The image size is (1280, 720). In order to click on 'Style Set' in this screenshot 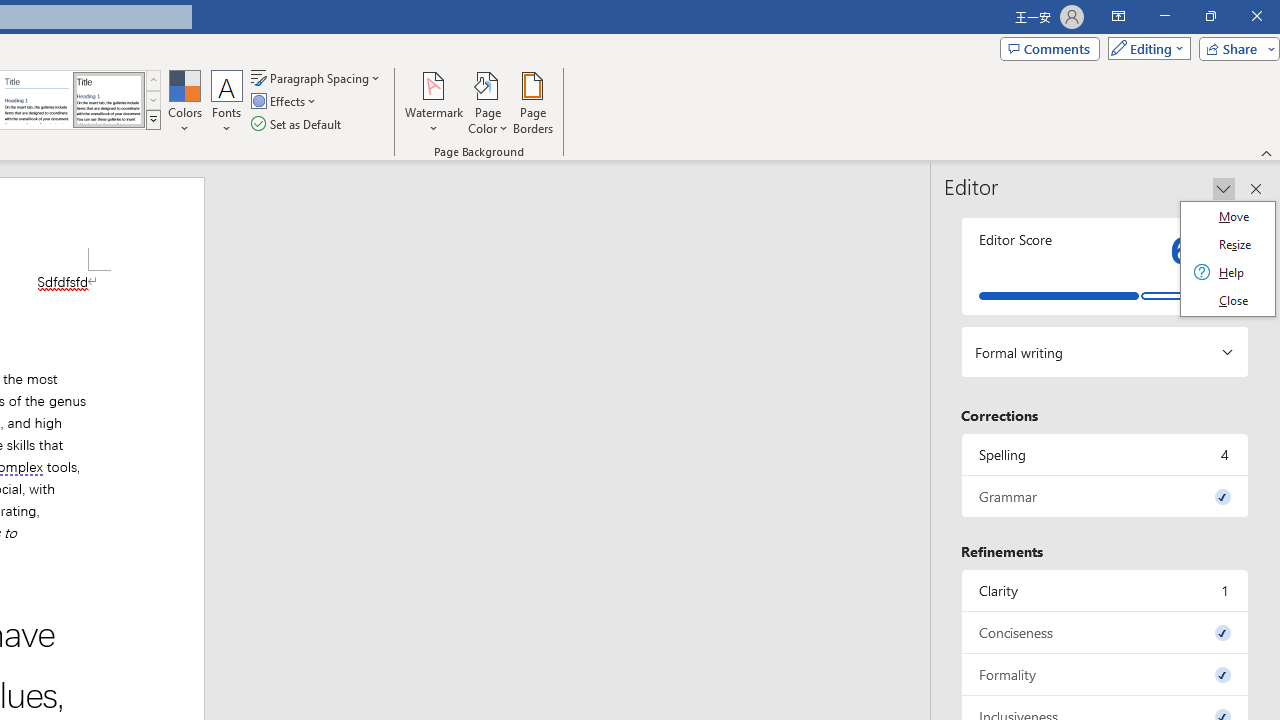, I will do `click(152, 120)`.